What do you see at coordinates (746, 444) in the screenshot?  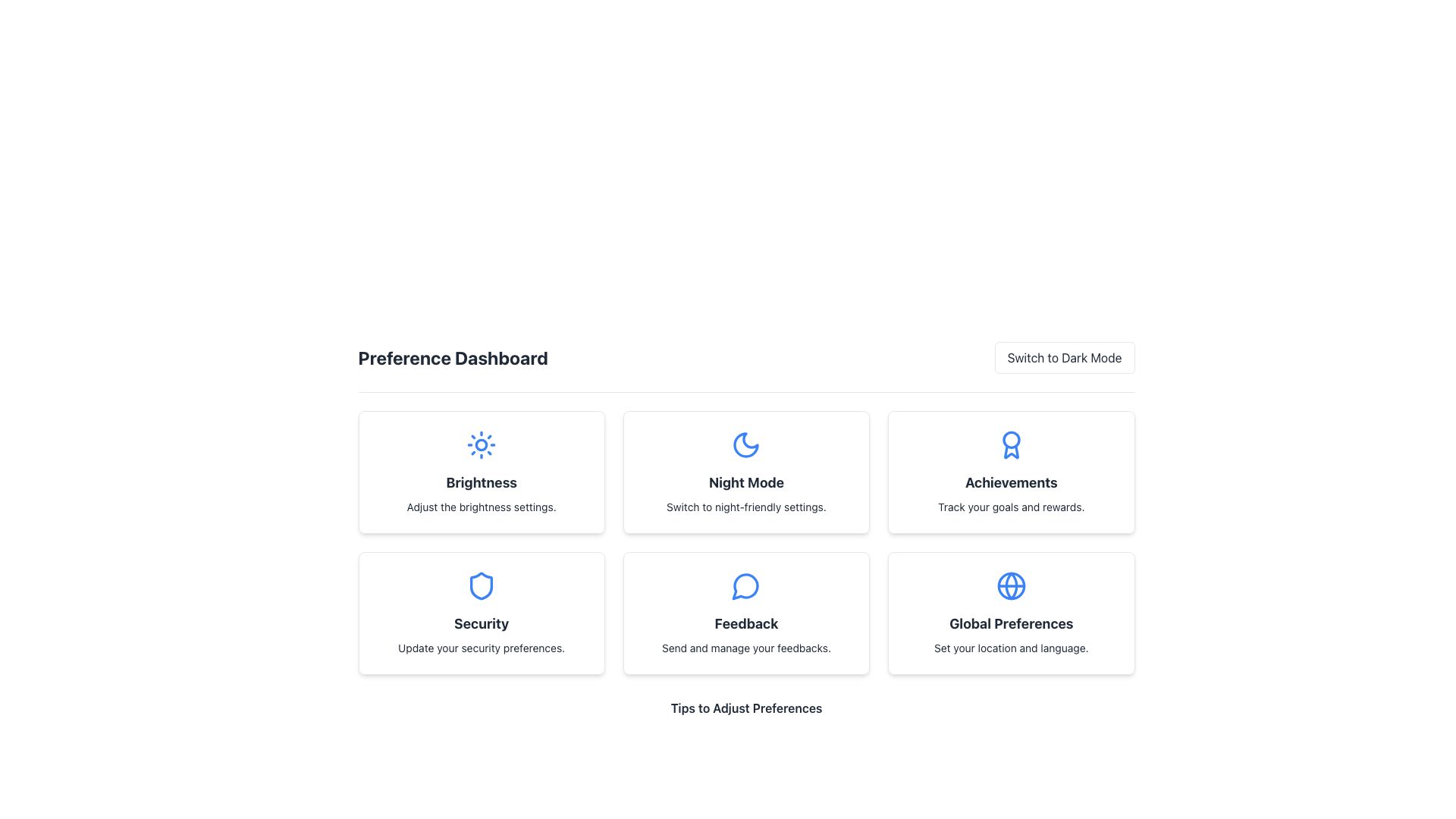 I see `the Decorative Icon for the 'Night Mode' section, which is located in the second column of the first row of the preference cards layout, positioned above the 'Night Mode' text and description` at bounding box center [746, 444].